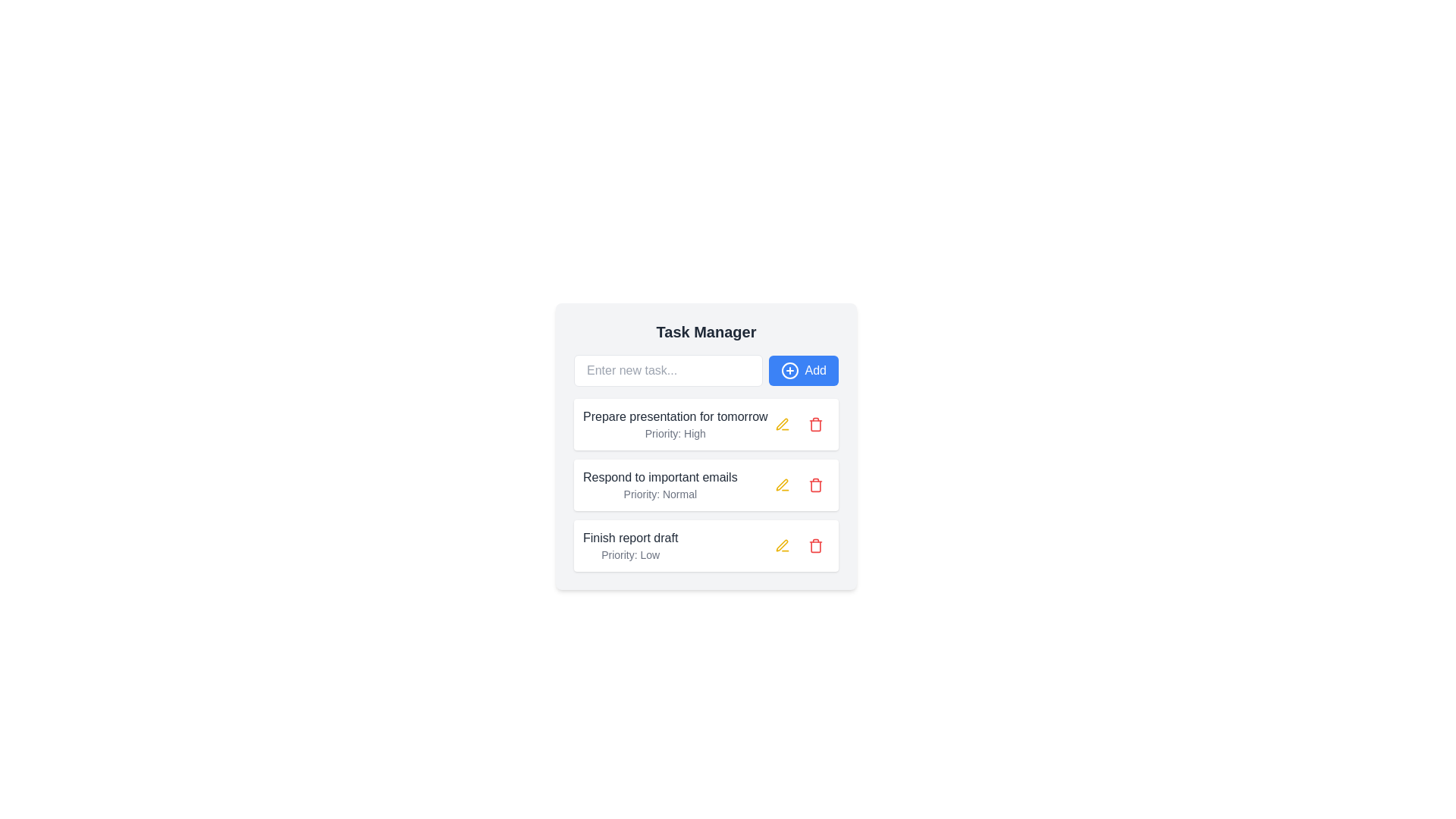  I want to click on the edit button in the lower right corner of the 'Finish report draft' task card, so click(799, 546).